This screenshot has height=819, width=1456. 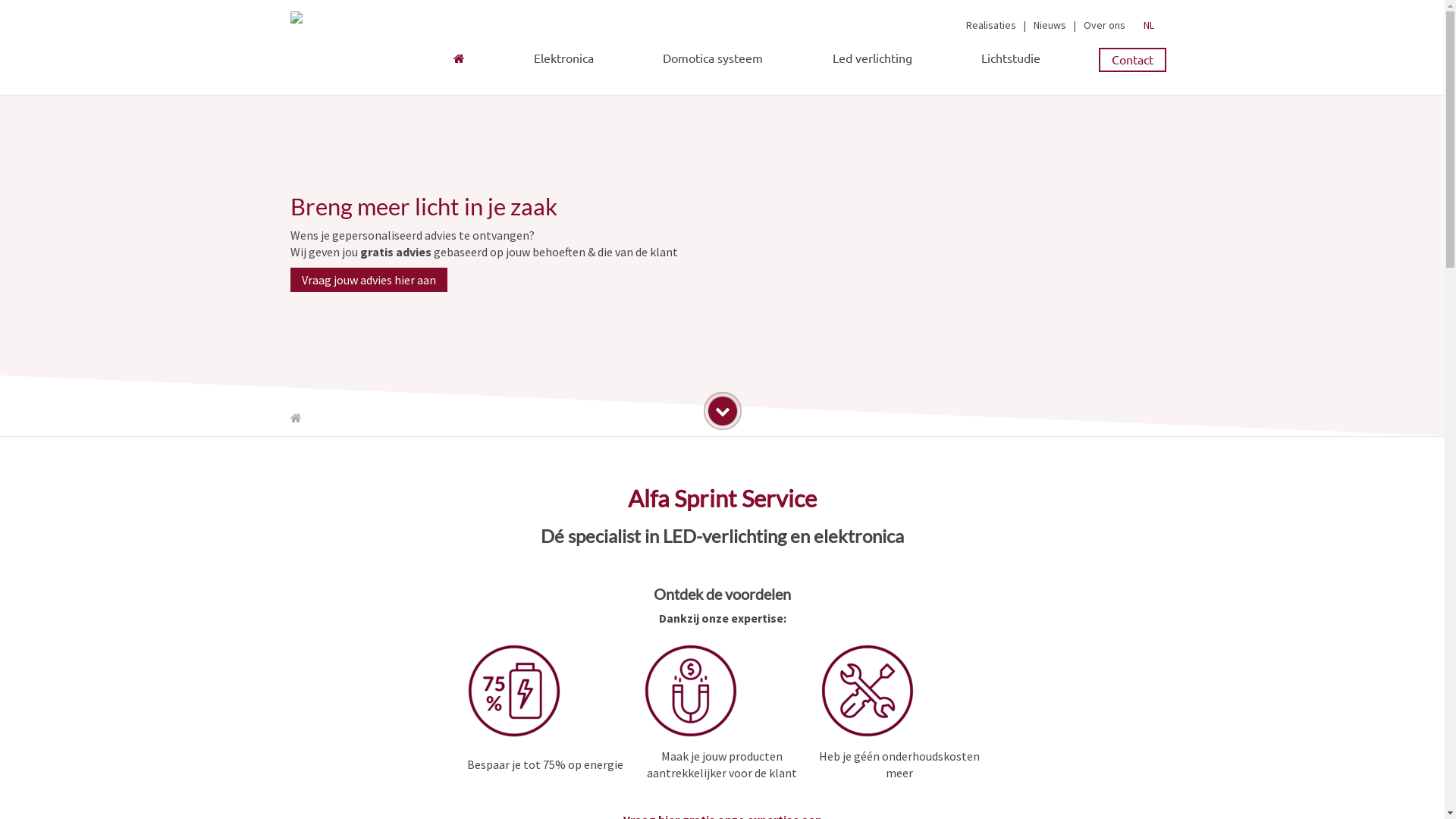 What do you see at coordinates (1011, 58) in the screenshot?
I see `'Lichtstudie'` at bounding box center [1011, 58].